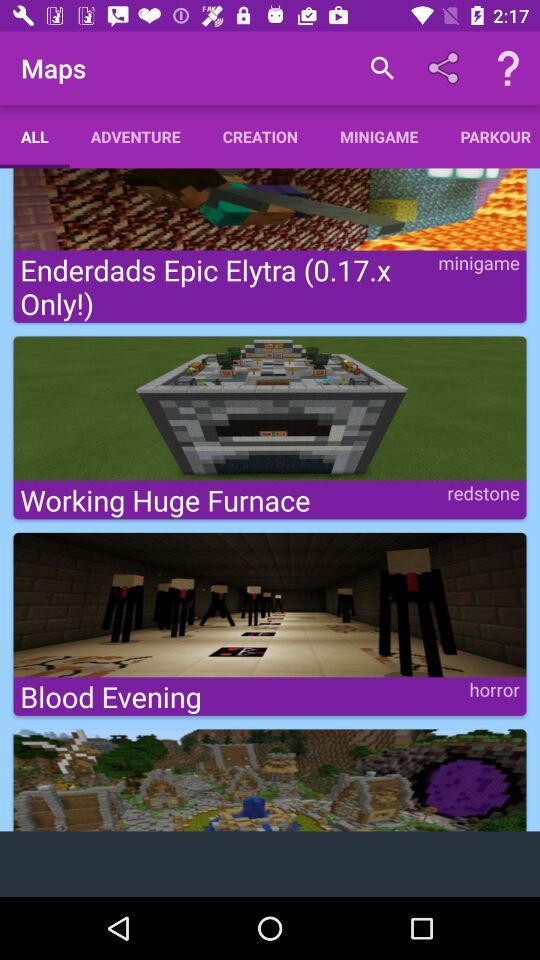 The width and height of the screenshot is (540, 960). I want to click on the item next to minigame app, so click(488, 135).